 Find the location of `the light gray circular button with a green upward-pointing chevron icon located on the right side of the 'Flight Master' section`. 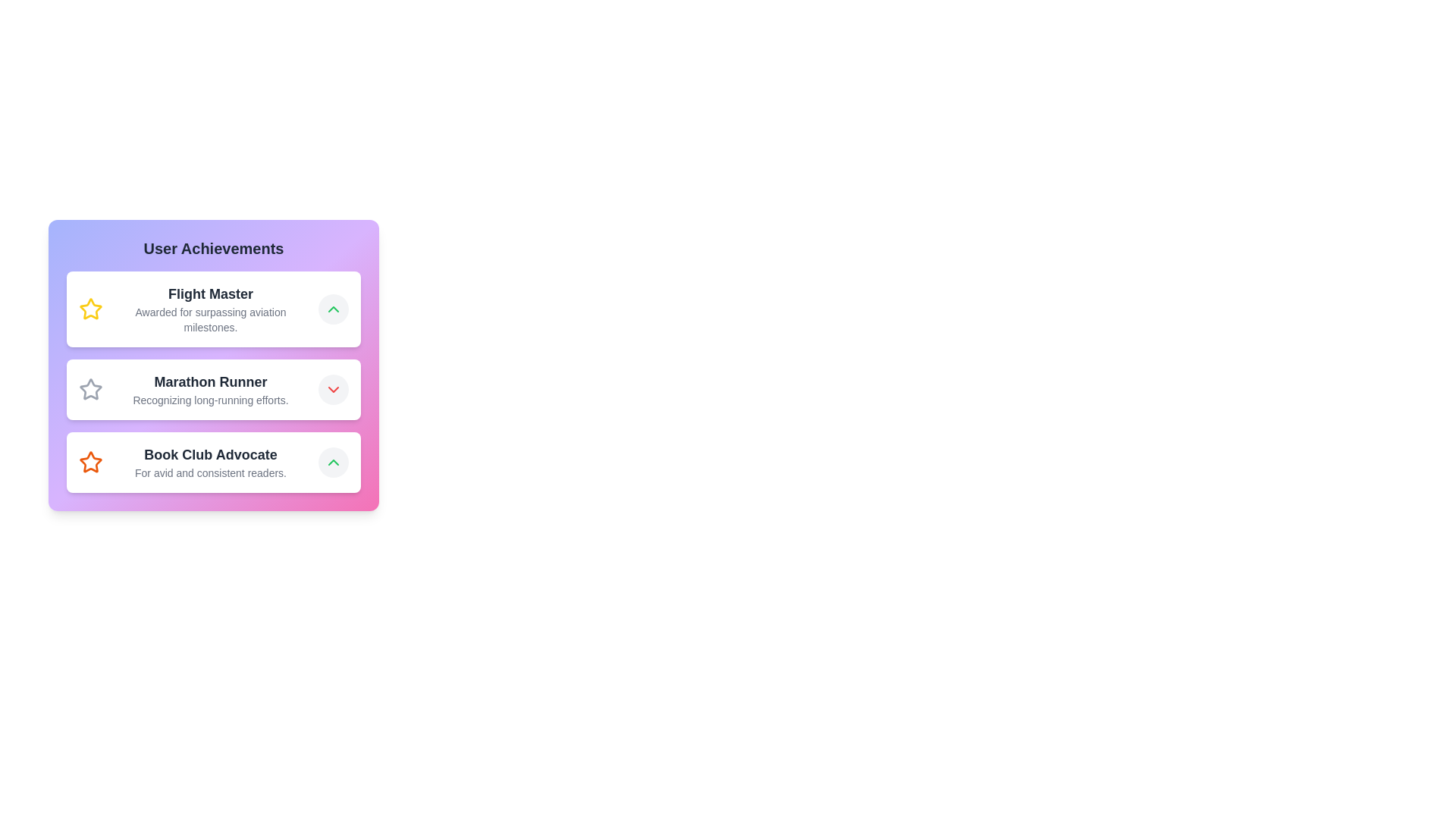

the light gray circular button with a green upward-pointing chevron icon located on the right side of the 'Flight Master' section is located at coordinates (333, 309).